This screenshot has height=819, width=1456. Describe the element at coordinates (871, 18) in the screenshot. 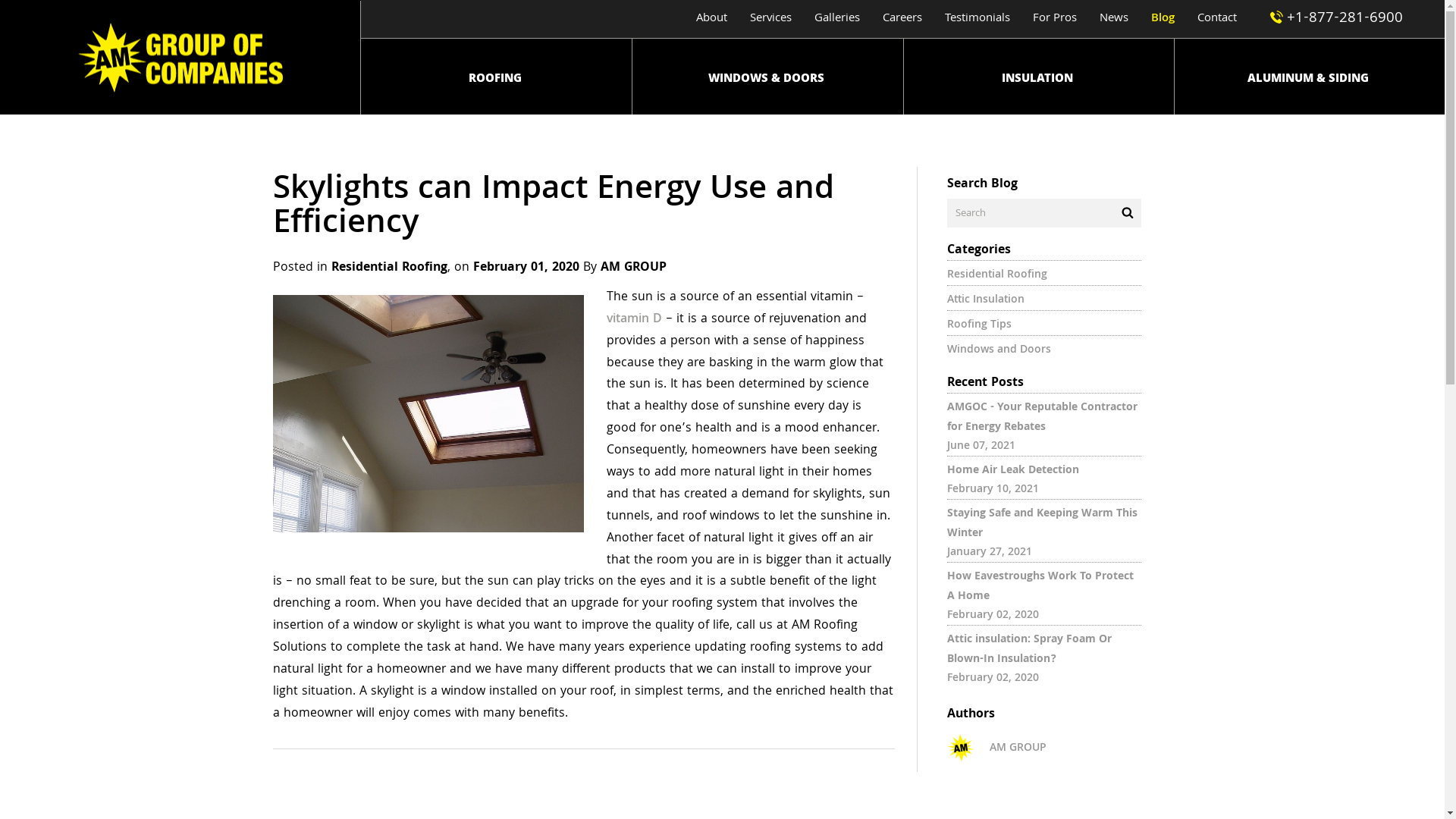

I see `'Careers'` at that location.